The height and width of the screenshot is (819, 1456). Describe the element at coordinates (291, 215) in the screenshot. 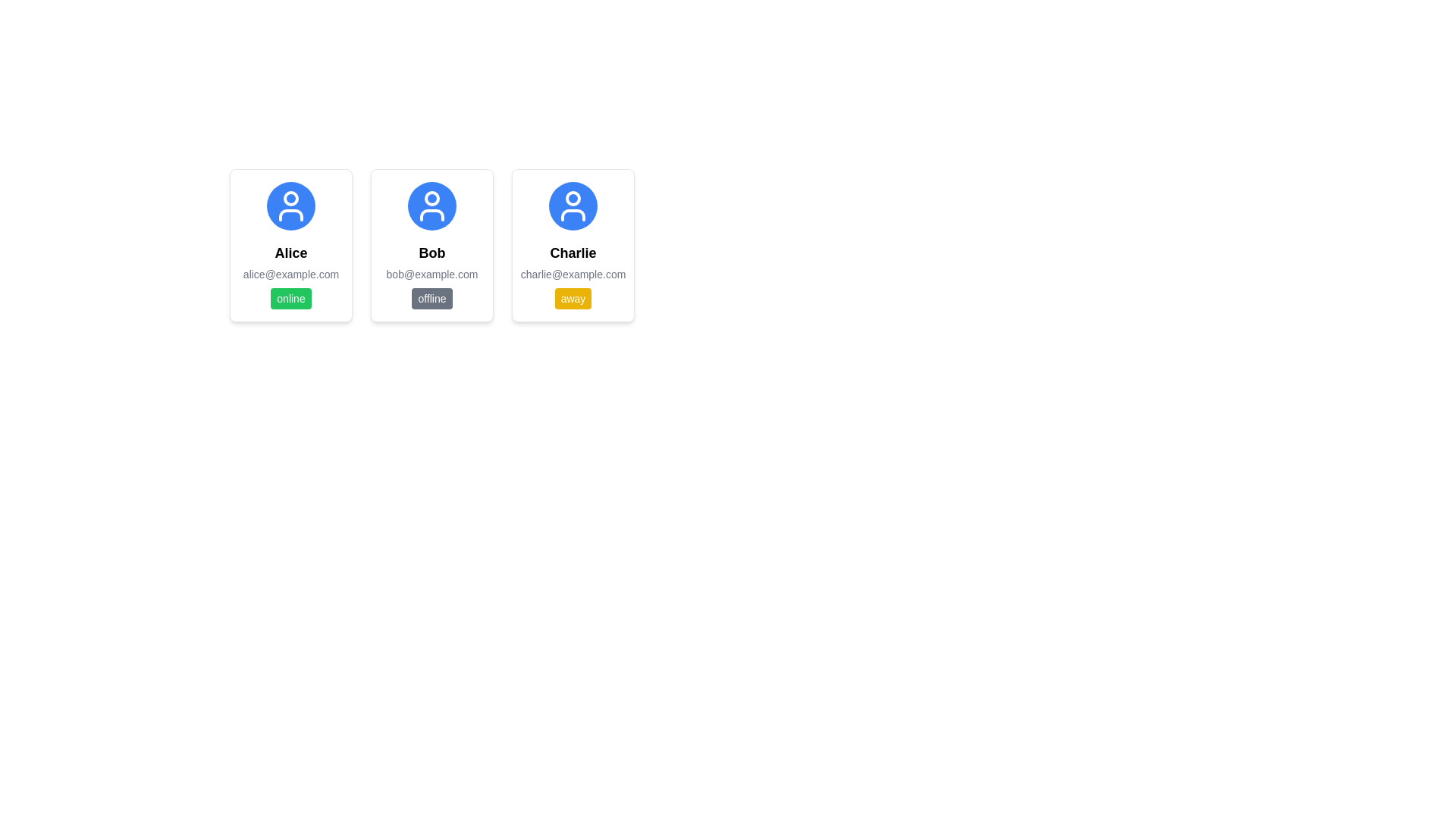

I see `the vector graphic element representing the body portion in the user icon within the first card-like component of the interface` at that location.